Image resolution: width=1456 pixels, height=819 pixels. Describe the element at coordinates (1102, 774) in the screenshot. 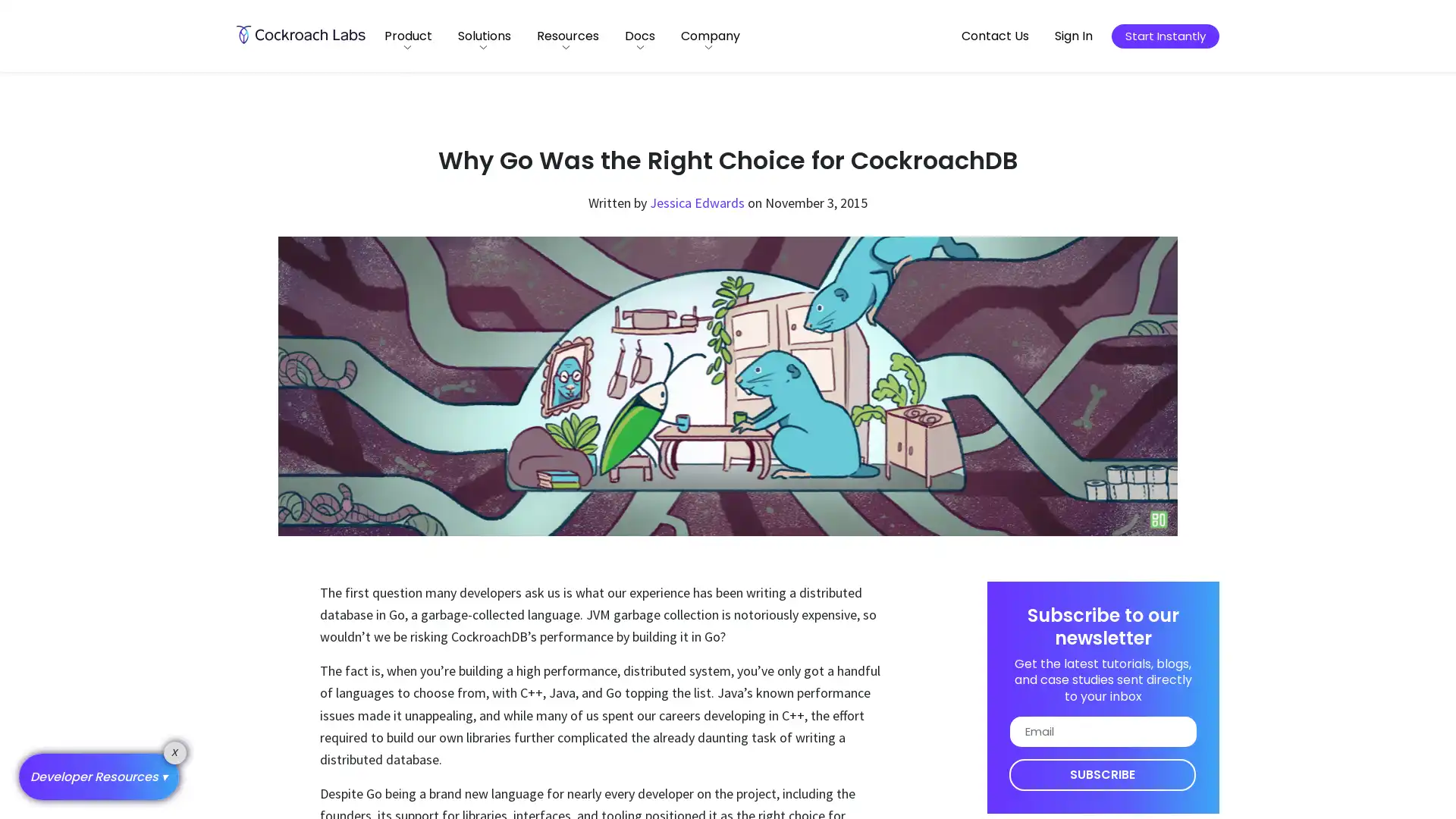

I see `SUBSCRIBE` at that location.